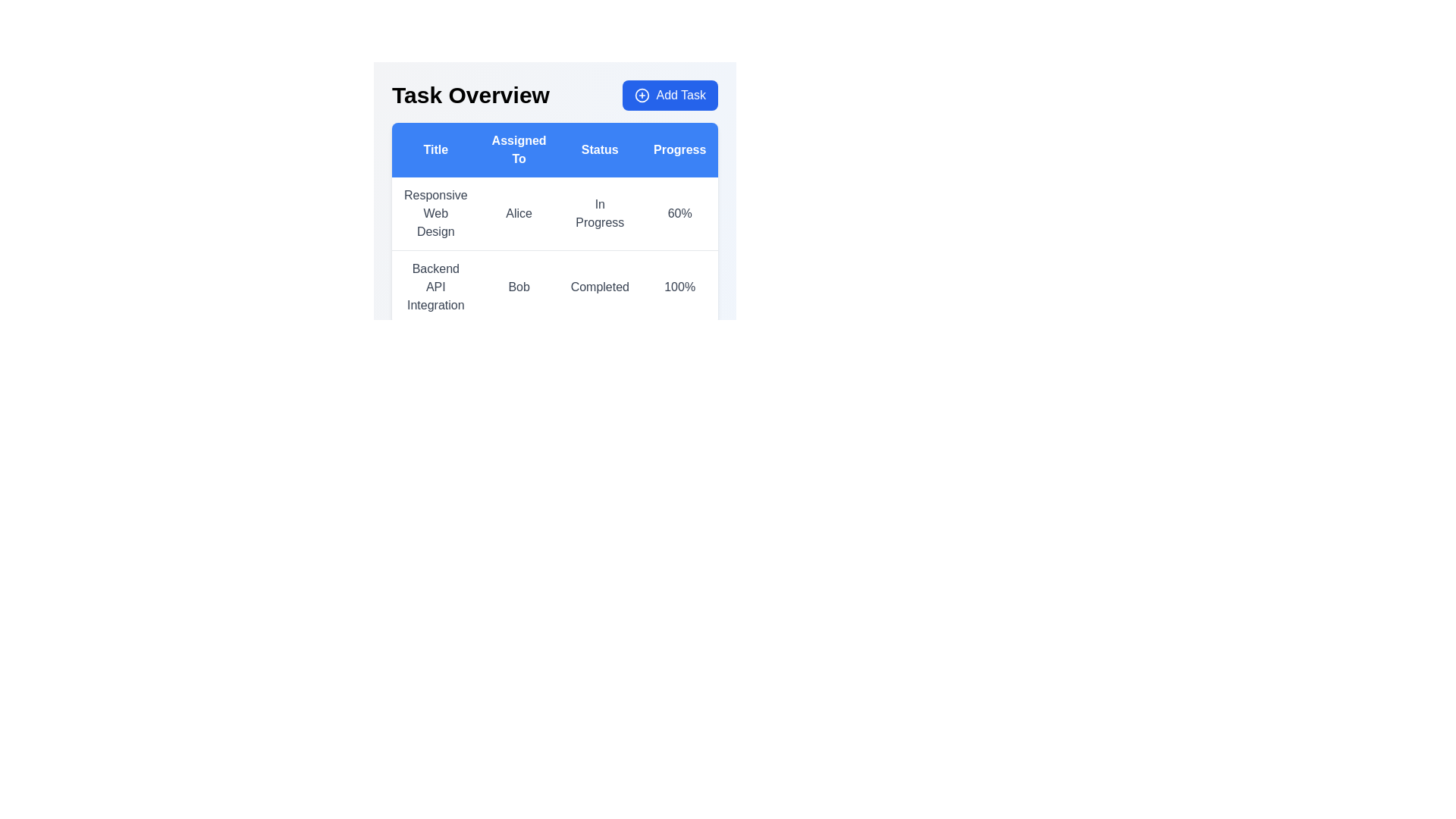 The height and width of the screenshot is (819, 1456). I want to click on the text display element showing 'In Progress' in the 'Status' column of the table located below the blue header, so click(600, 223).